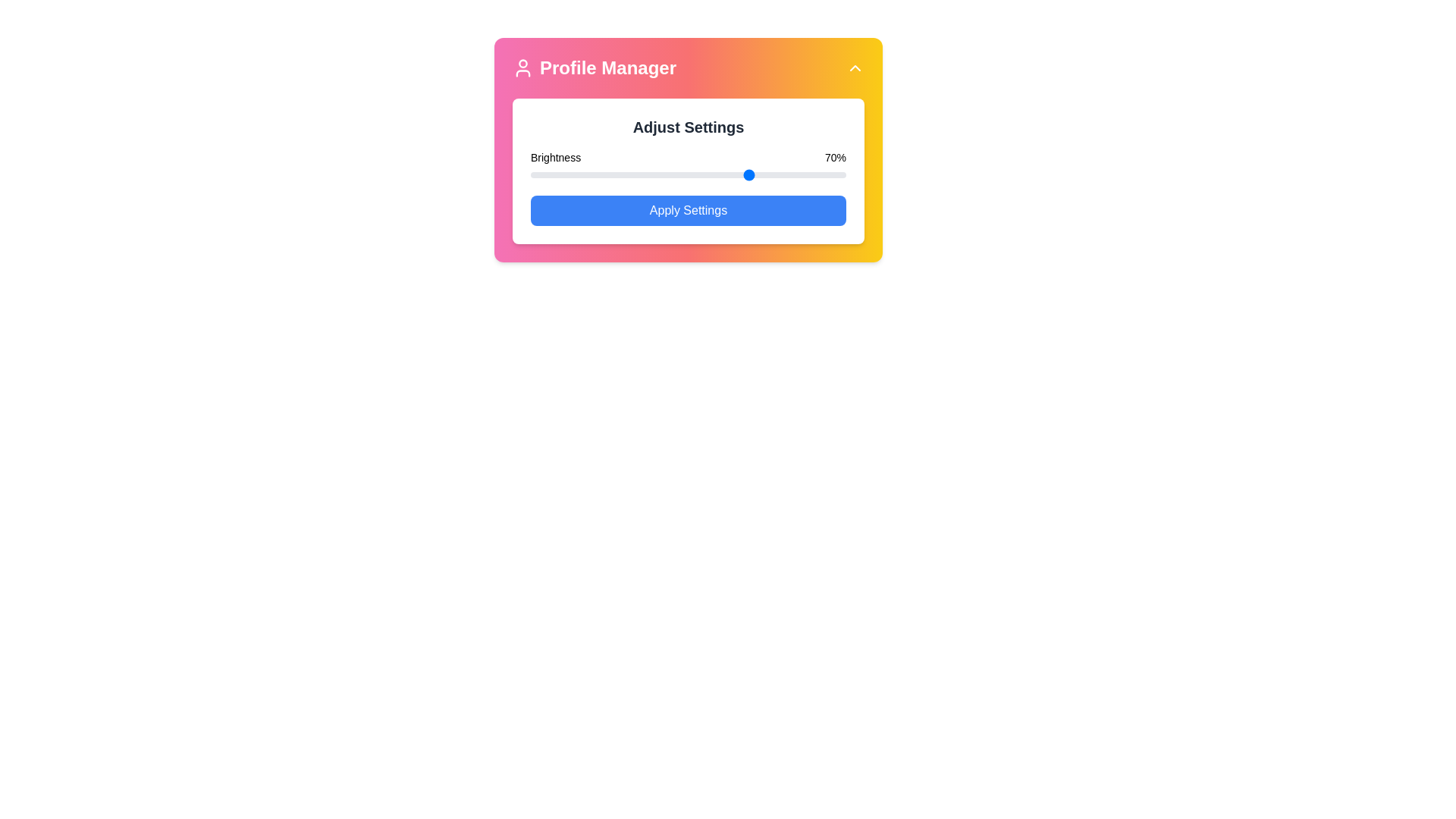 This screenshot has width=1456, height=819. Describe the element at coordinates (523, 73) in the screenshot. I see `the lower half of the user-profile icon component in the SVG structure, which is located at the top-left corner of the application card, next to the 'Profile Manager' text` at that location.